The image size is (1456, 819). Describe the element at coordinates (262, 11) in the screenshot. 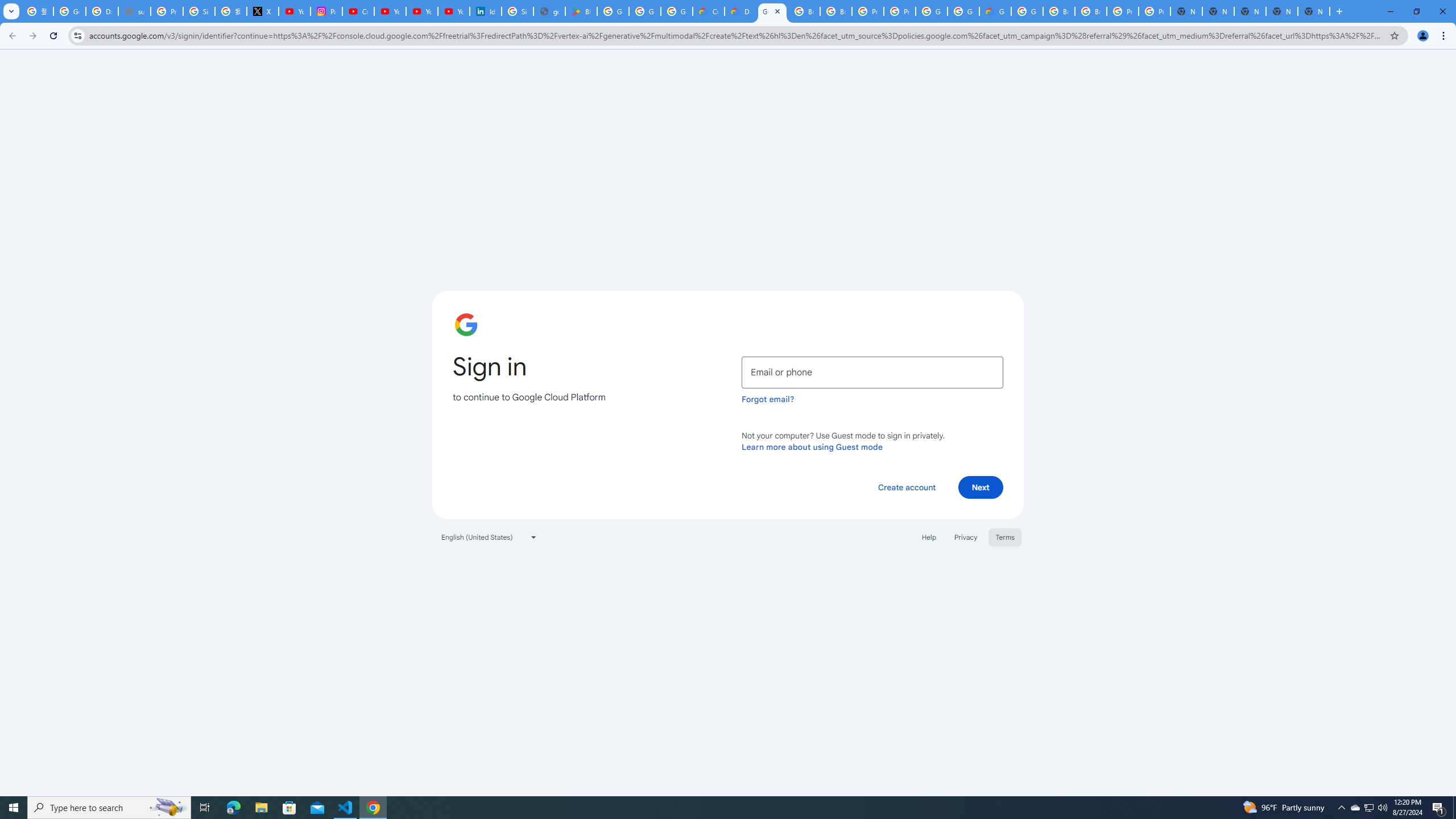

I see `'X'` at that location.